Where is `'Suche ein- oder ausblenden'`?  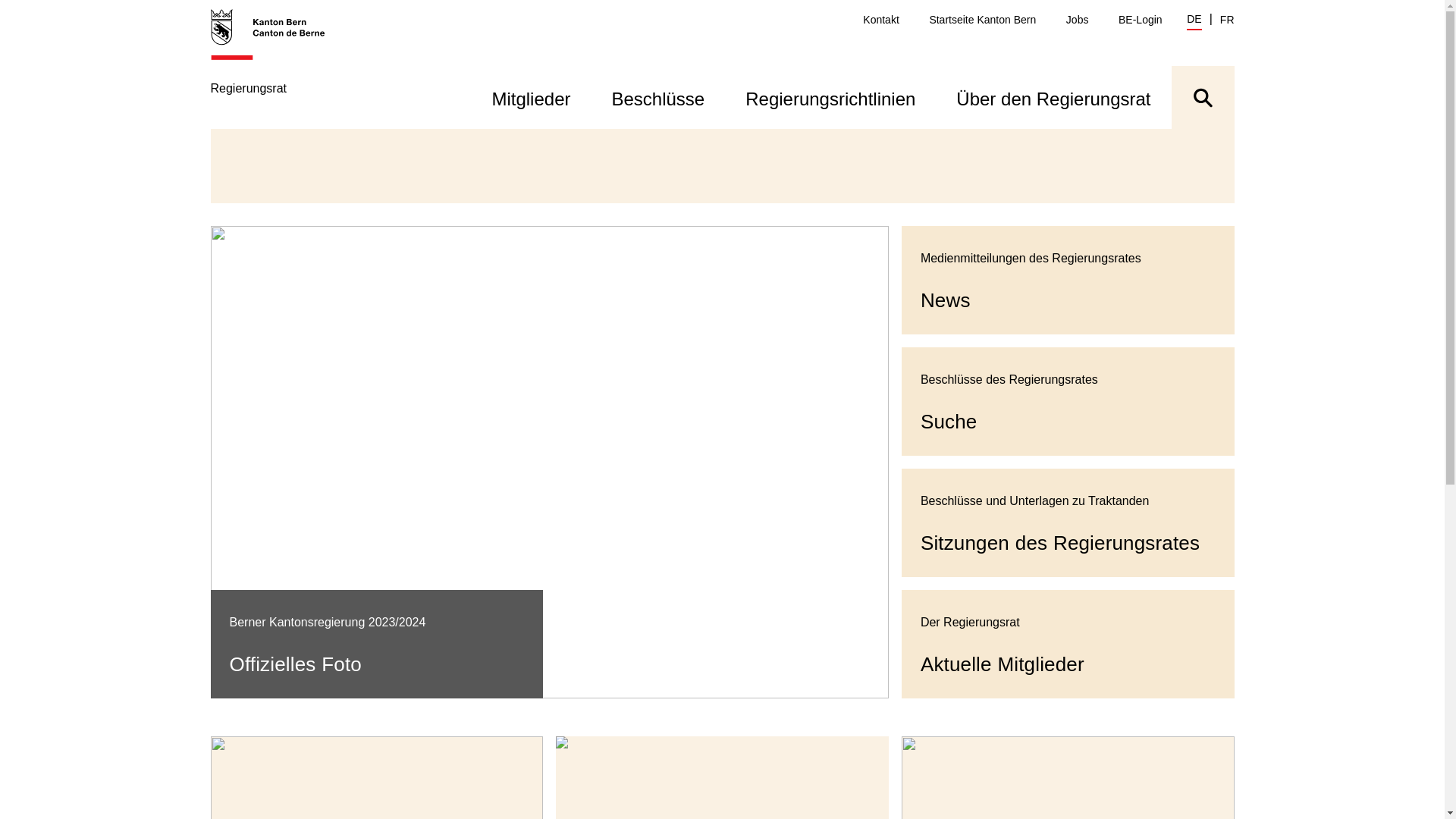
'Suche ein- oder ausblenden' is located at coordinates (1201, 97).